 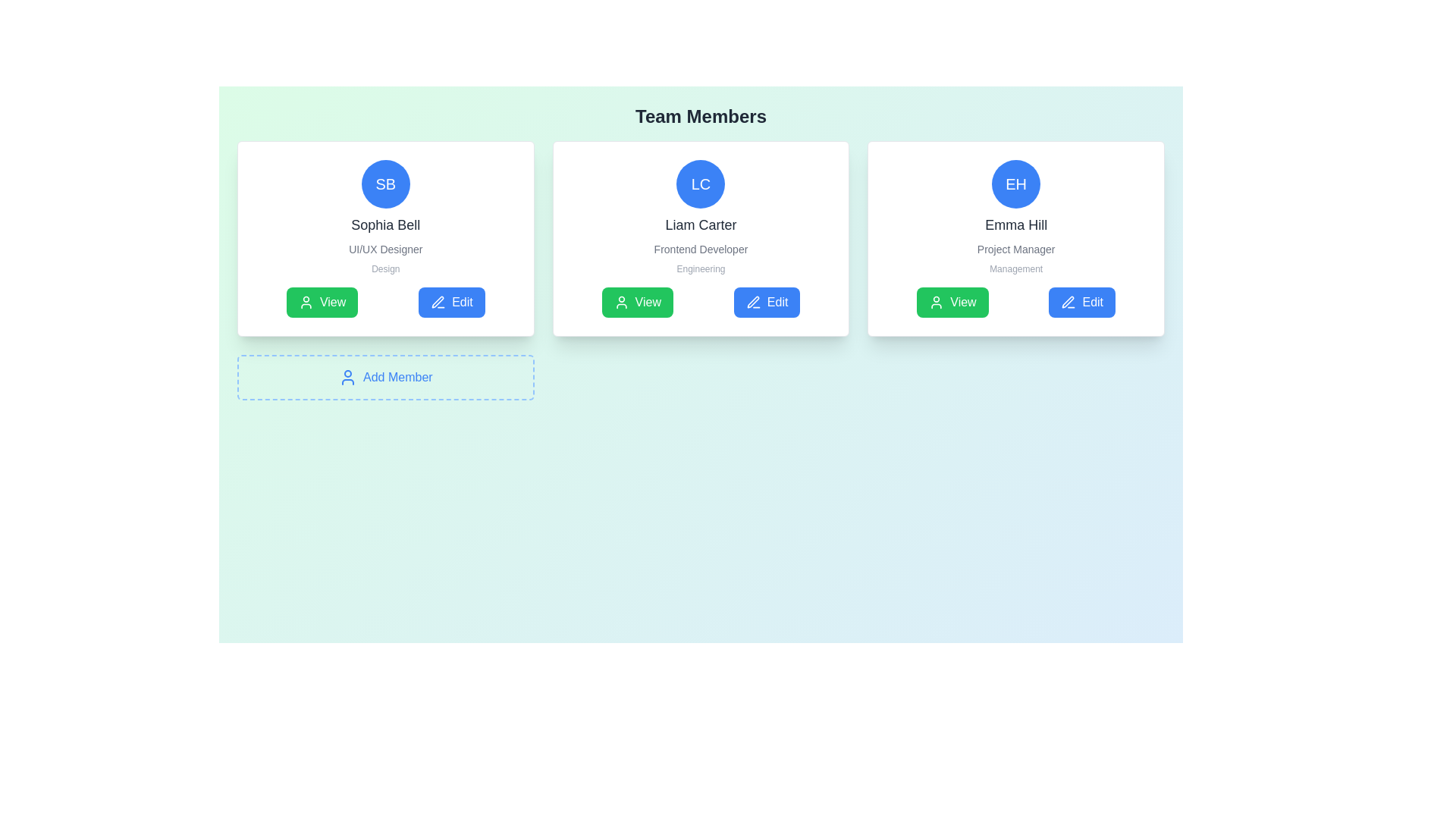 What do you see at coordinates (700, 248) in the screenshot?
I see `the Text Label displaying the role or job title associated with 'Liam Carter' in the profile card, which is positioned beneath the name and above the 'Engineering' text field` at bounding box center [700, 248].